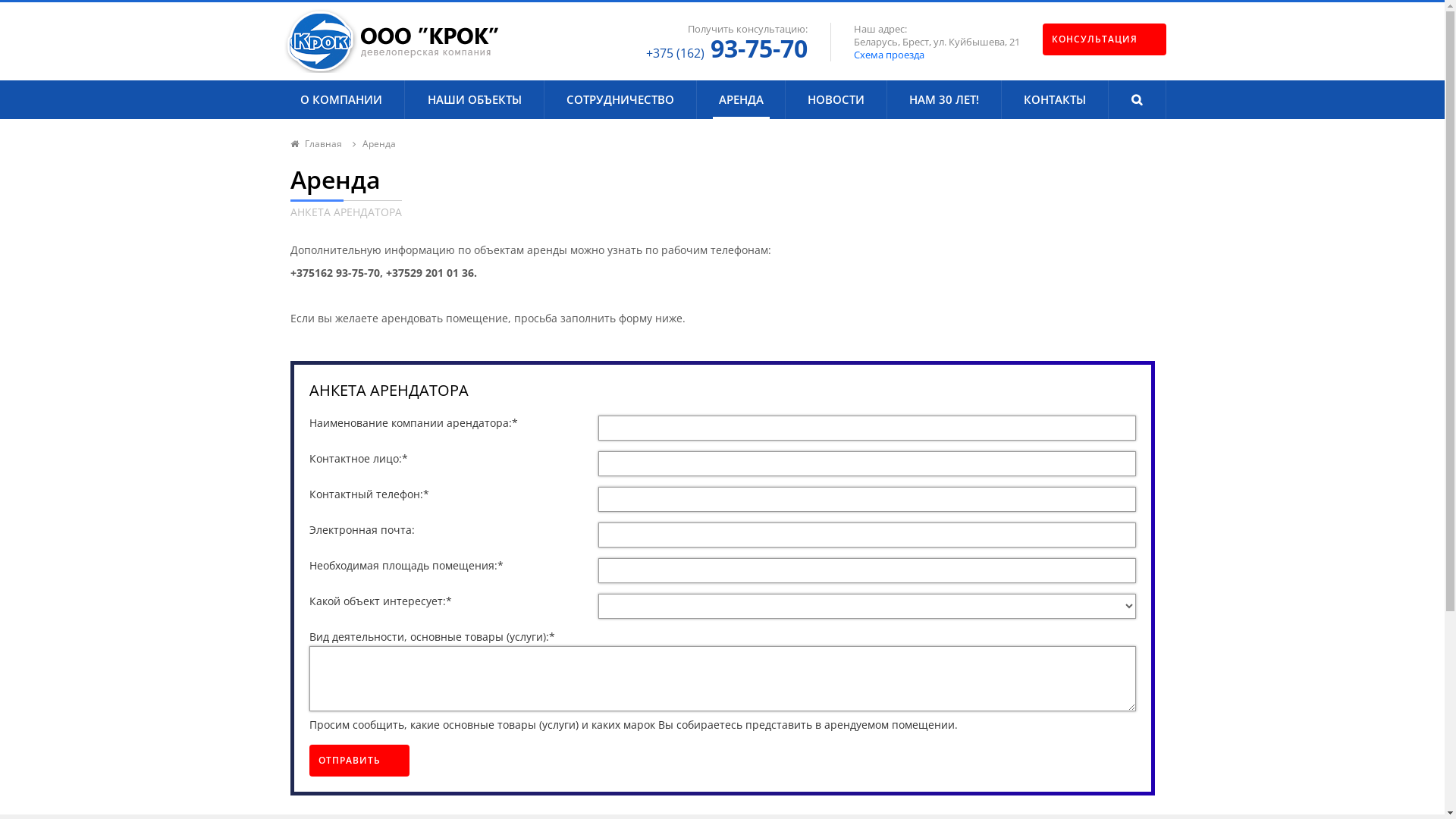 The height and width of the screenshot is (819, 1456). Describe the element at coordinates (726, 47) in the screenshot. I see `'+375 (162) 93-75-70'` at that location.